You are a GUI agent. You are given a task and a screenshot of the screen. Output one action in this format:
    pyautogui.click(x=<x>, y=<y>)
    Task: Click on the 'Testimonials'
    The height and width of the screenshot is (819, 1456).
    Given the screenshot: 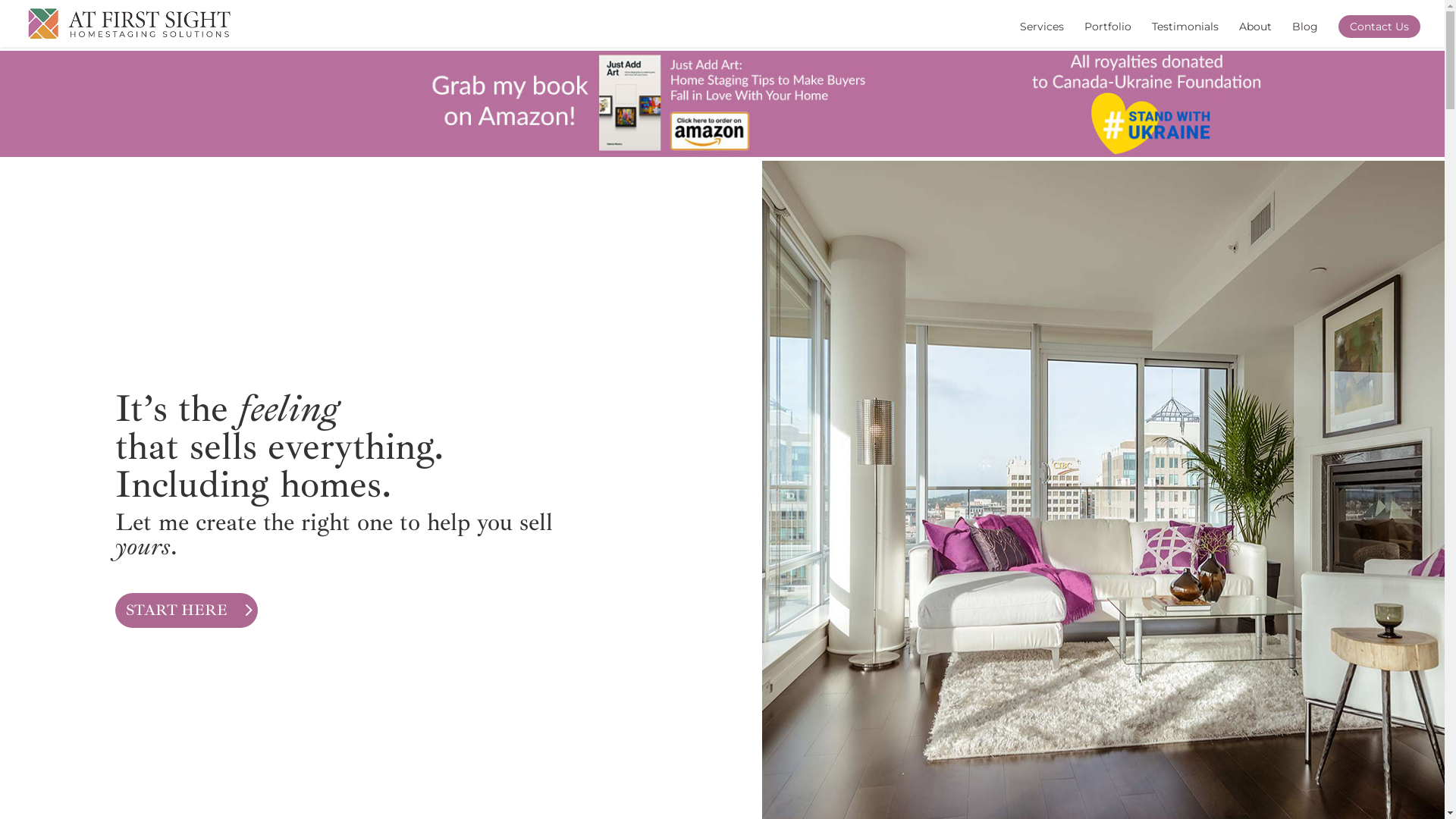 What is the action you would take?
    pyautogui.click(x=1185, y=34)
    